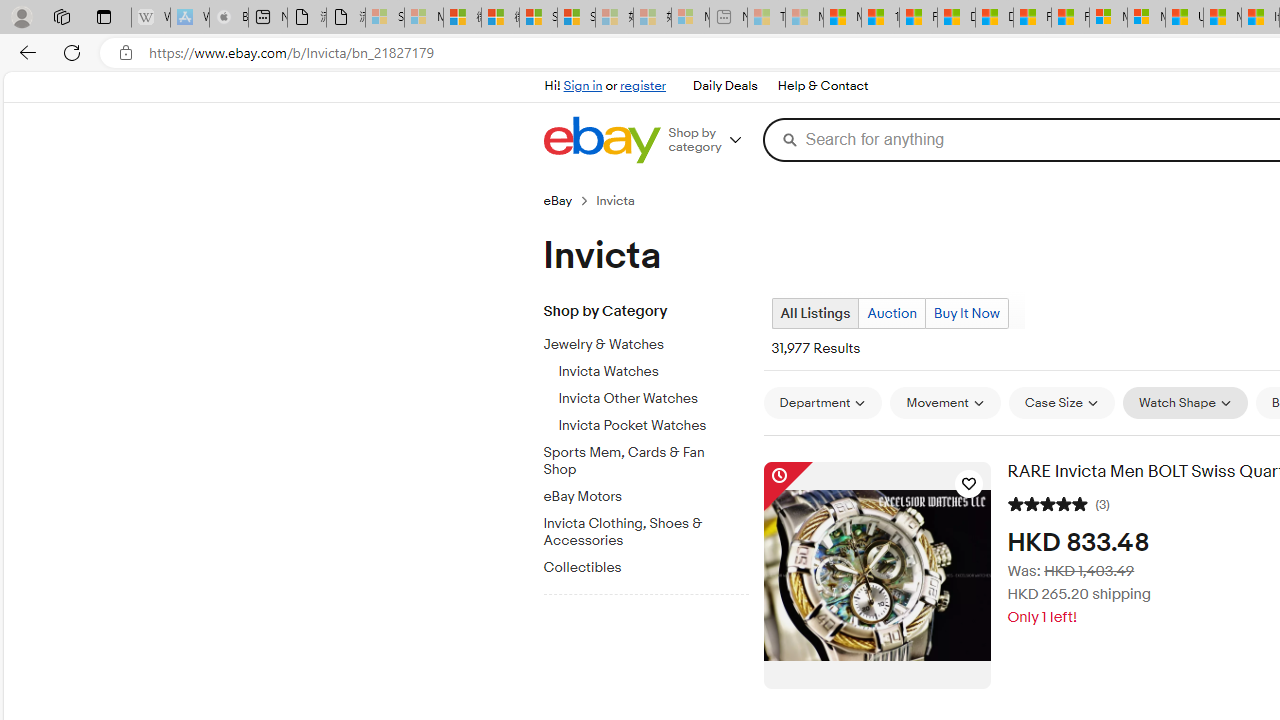 The height and width of the screenshot is (720, 1280). What do you see at coordinates (690, 17) in the screenshot?
I see `'Microsoft account | Account Checkup - Sleeping'` at bounding box center [690, 17].